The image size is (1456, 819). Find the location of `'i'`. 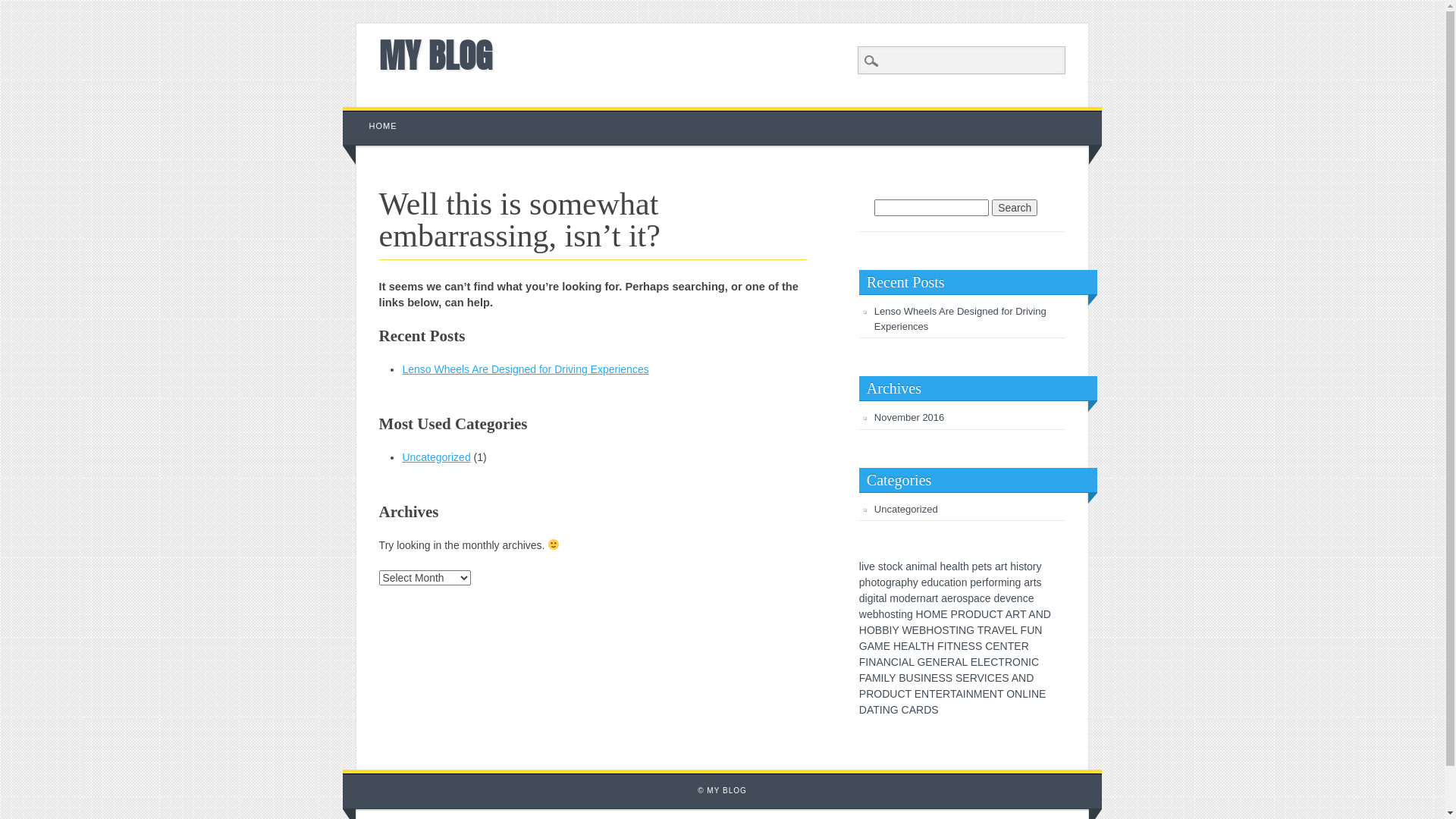

'i' is located at coordinates (918, 566).